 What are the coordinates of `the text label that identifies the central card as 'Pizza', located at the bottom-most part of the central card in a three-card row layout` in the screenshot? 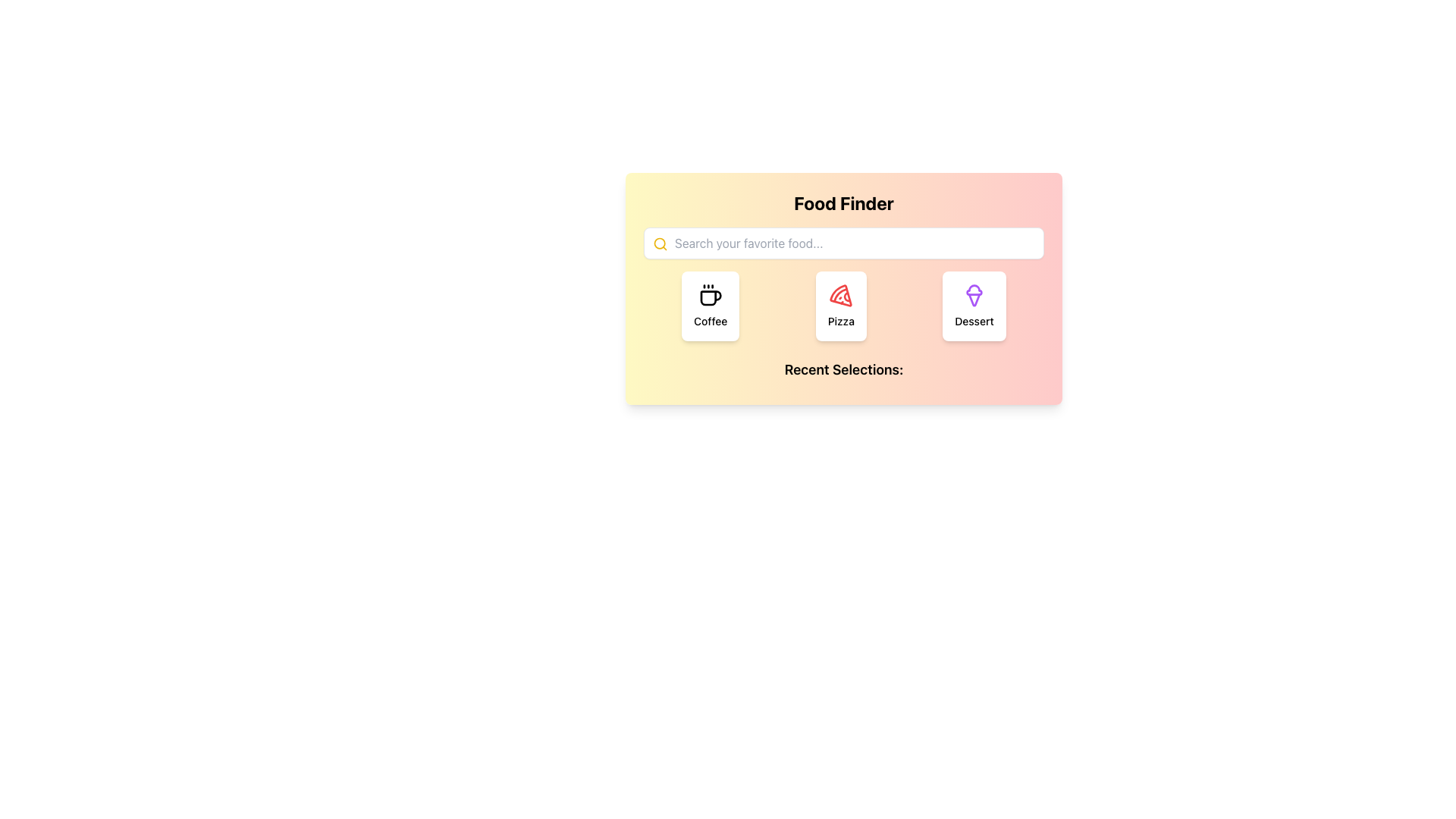 It's located at (840, 321).